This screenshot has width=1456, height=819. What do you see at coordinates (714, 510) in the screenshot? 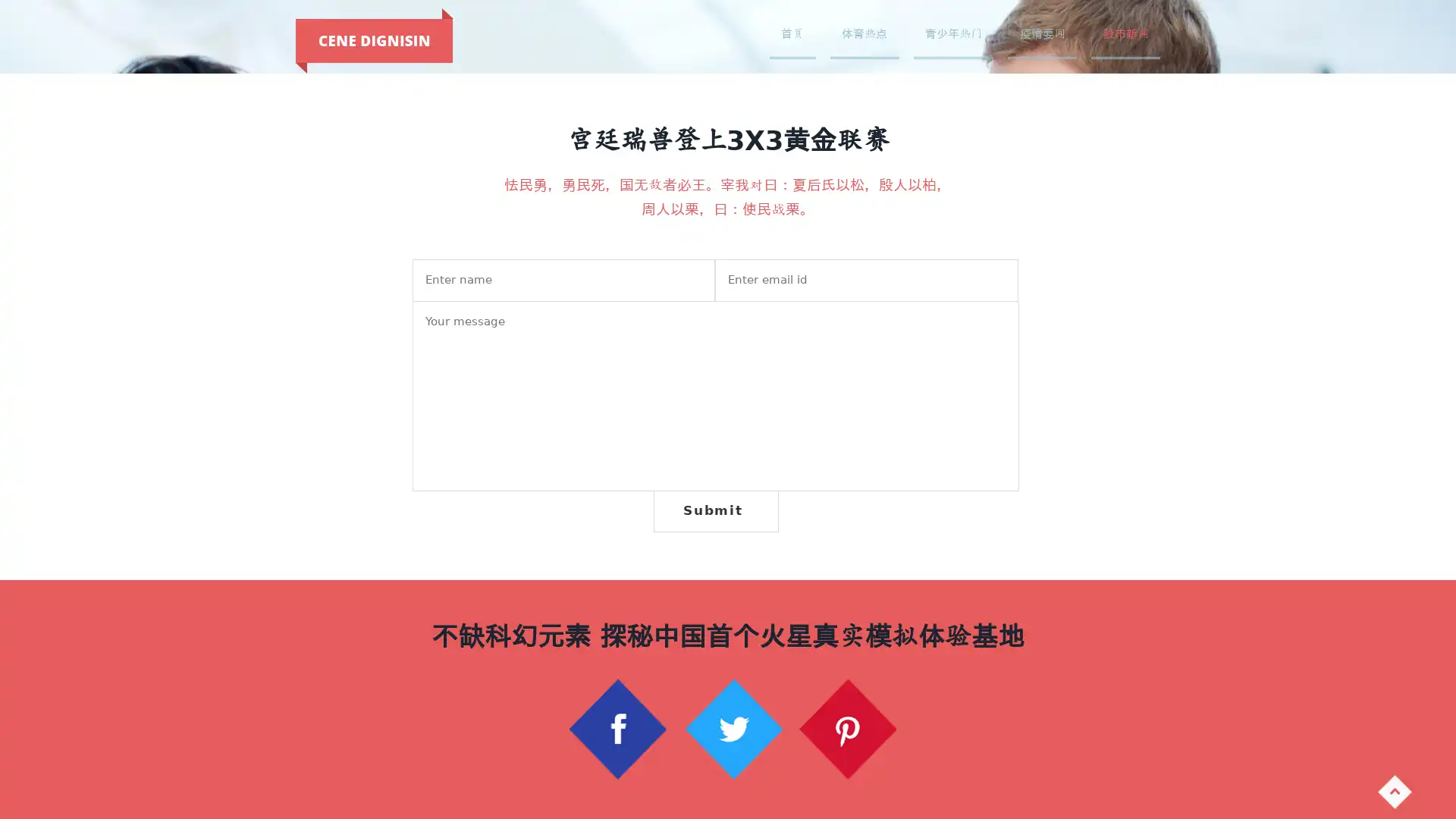
I see `Submit` at bounding box center [714, 510].